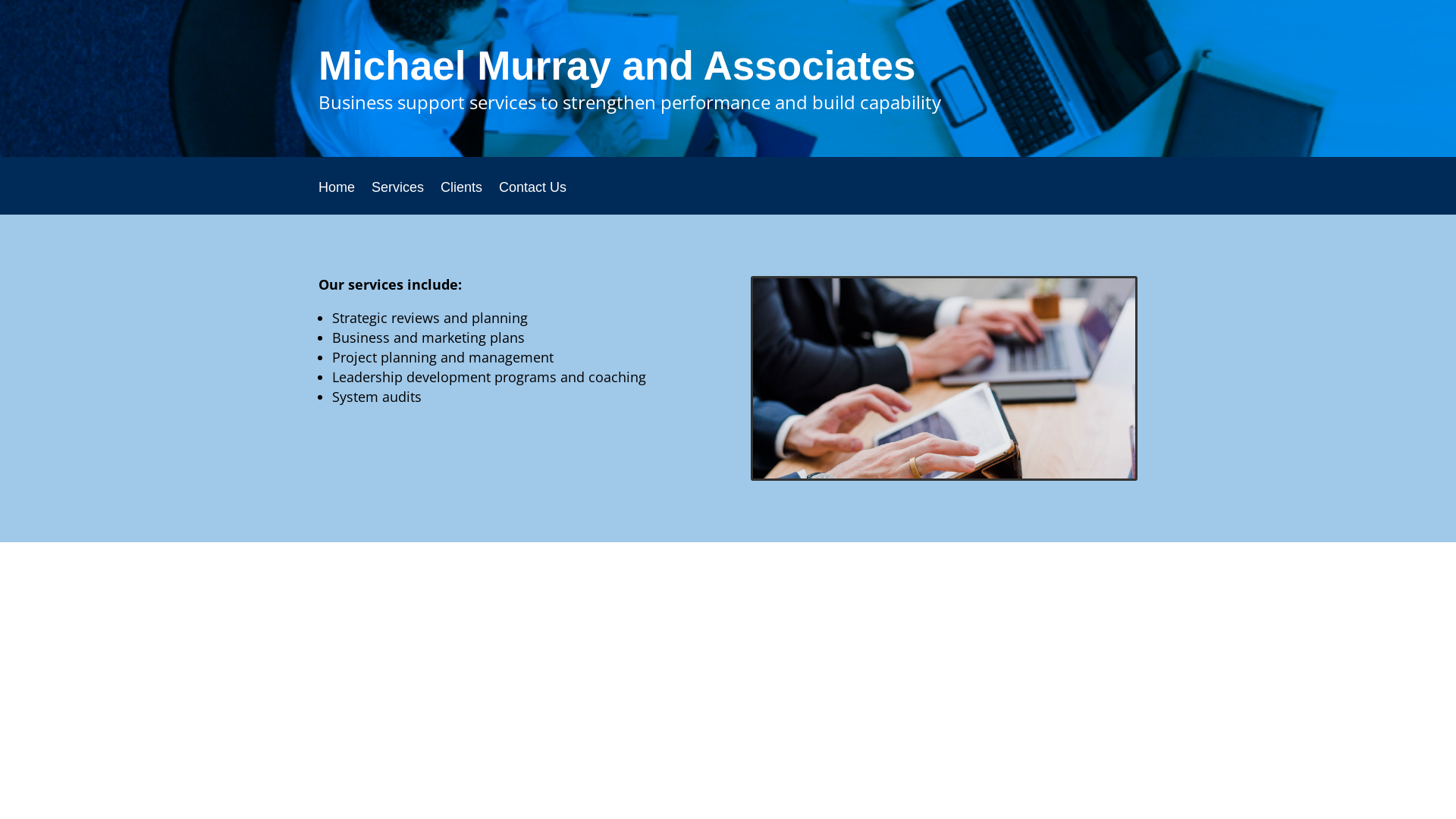 The height and width of the screenshot is (819, 1456). I want to click on 'Contact Us', so click(532, 197).